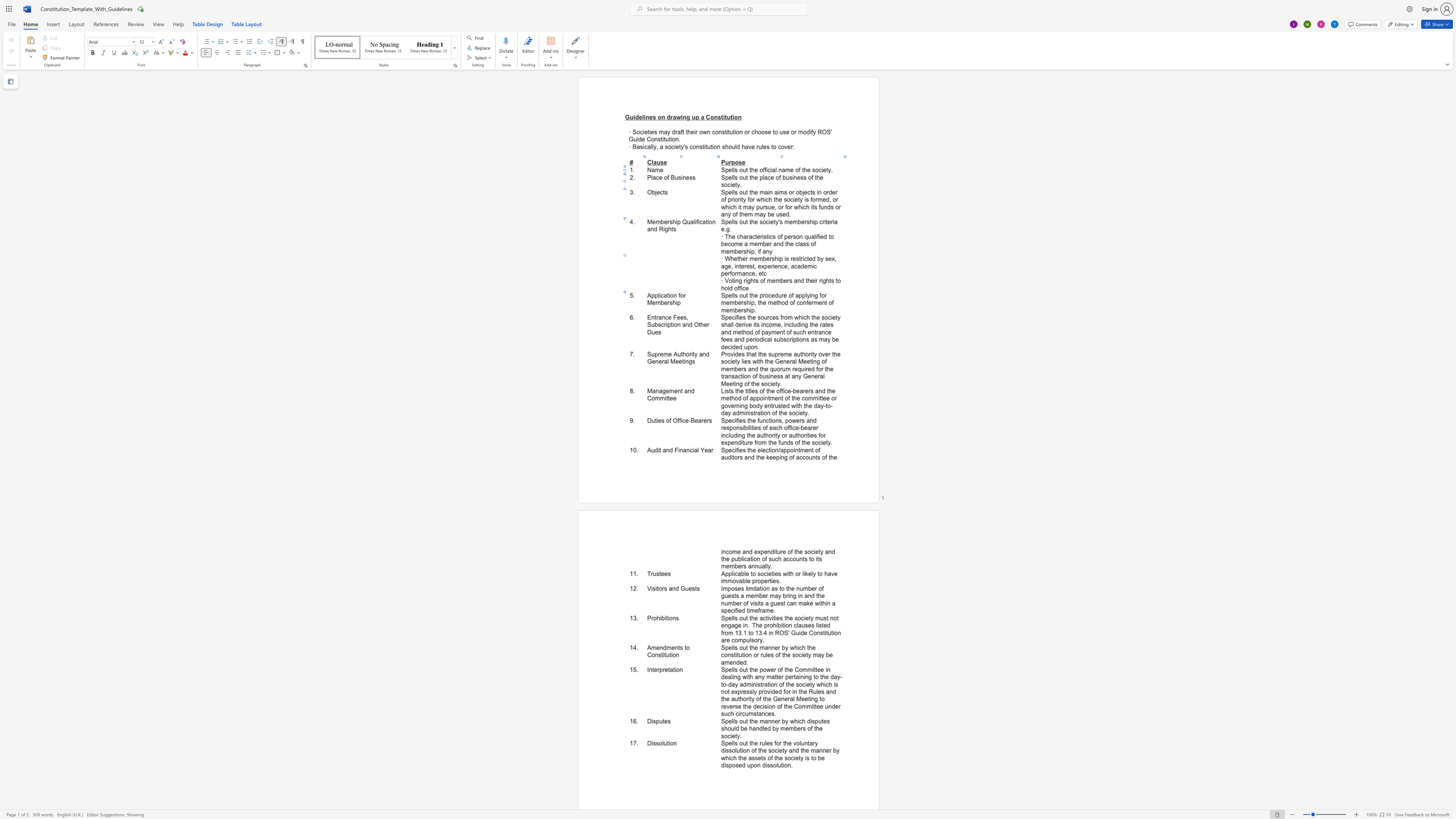  Describe the element at coordinates (826, 302) in the screenshot. I see `the 5th character "t" in the text` at that location.